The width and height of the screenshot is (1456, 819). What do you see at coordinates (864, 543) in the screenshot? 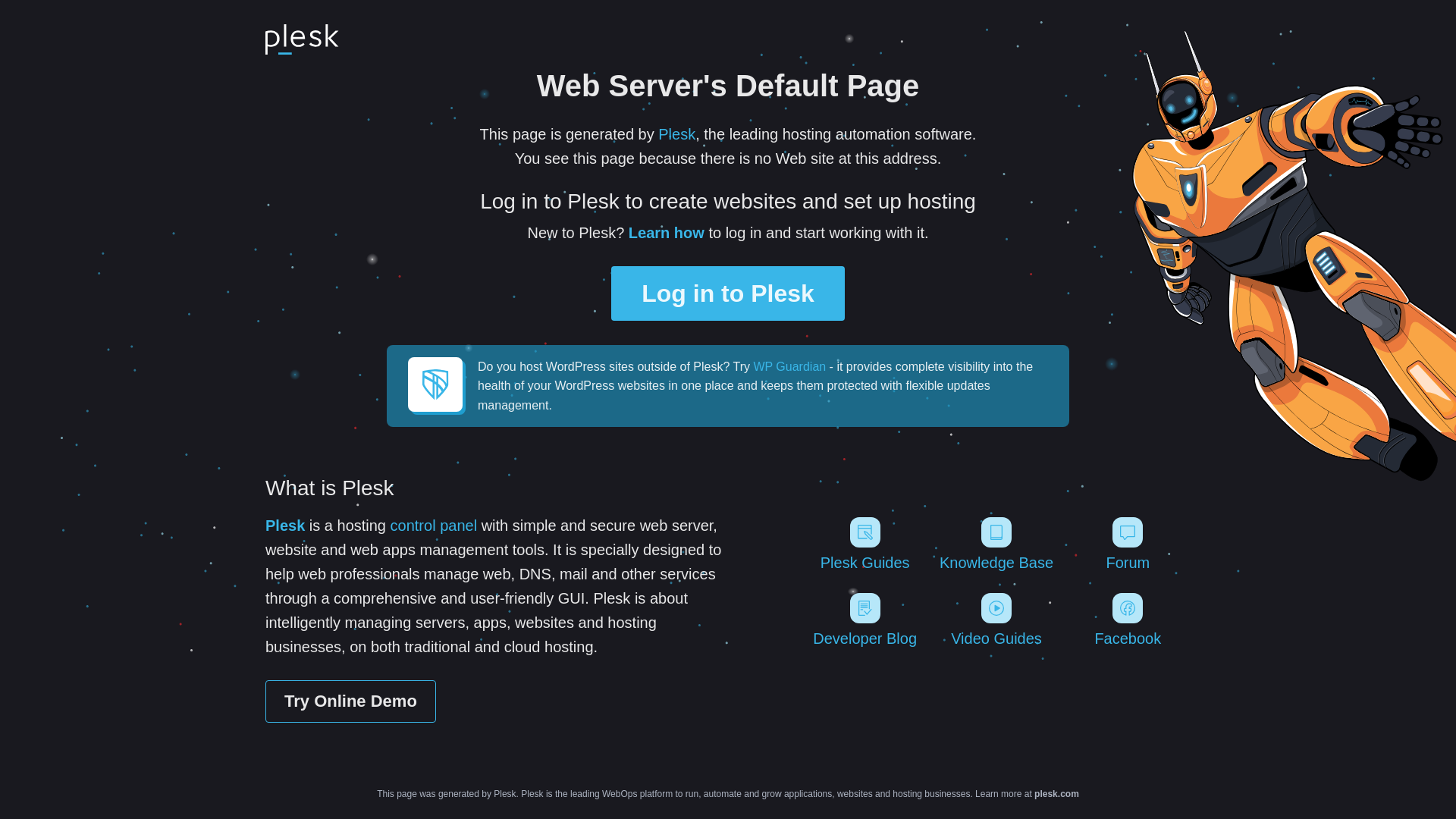
I see `'Plesk Guides'` at bounding box center [864, 543].